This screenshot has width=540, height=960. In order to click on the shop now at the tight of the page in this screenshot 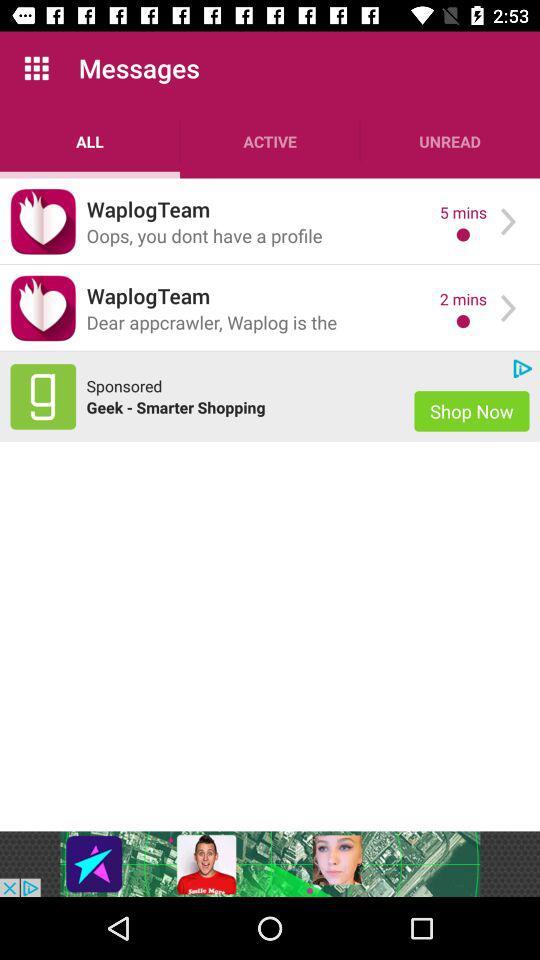, I will do `click(472, 410)`.